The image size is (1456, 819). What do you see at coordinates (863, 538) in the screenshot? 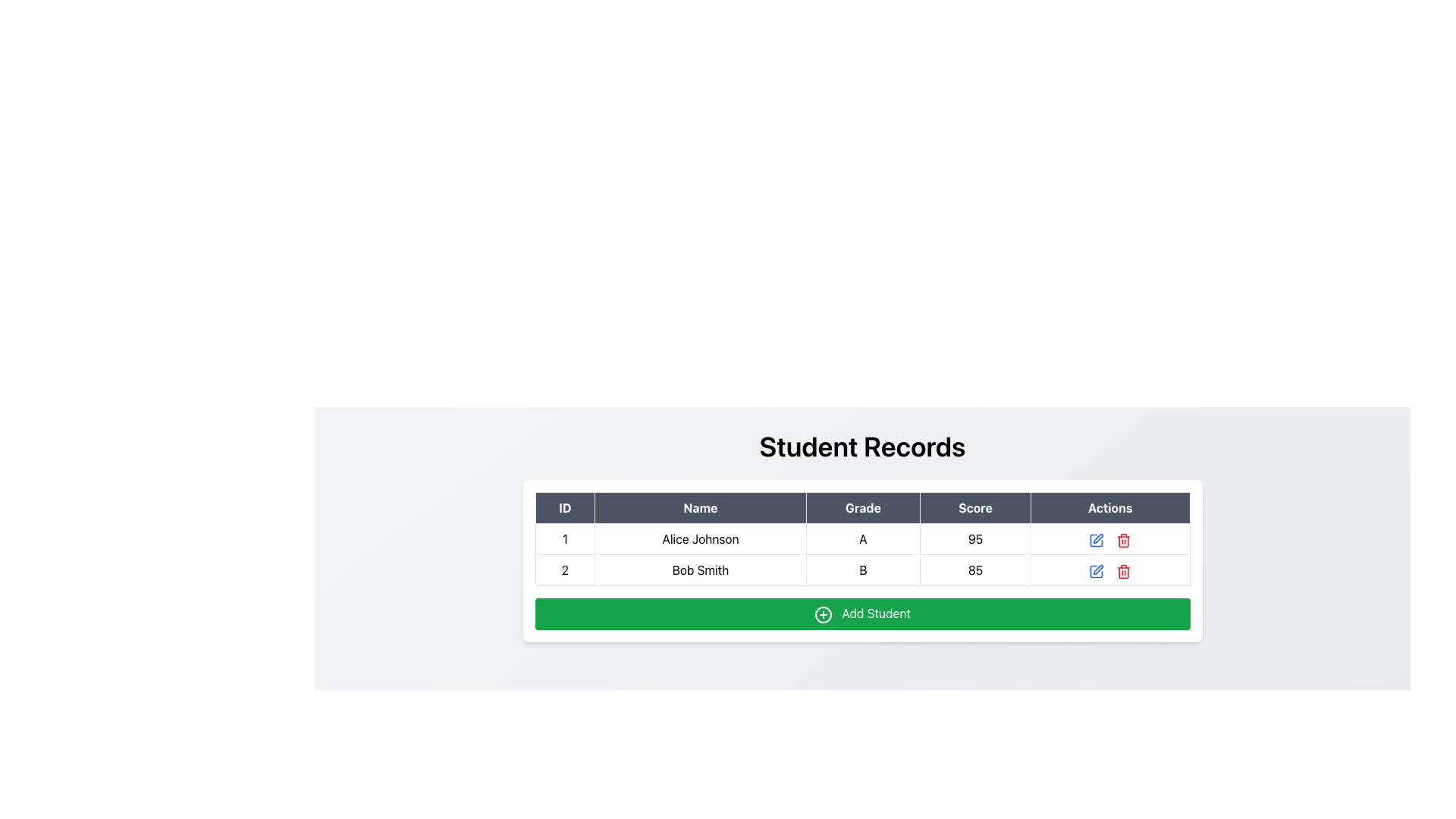
I see `the Text Display showing the grade of student Alice Johnson, which is located in the 'Grade' column of the first row in the student record table` at bounding box center [863, 538].